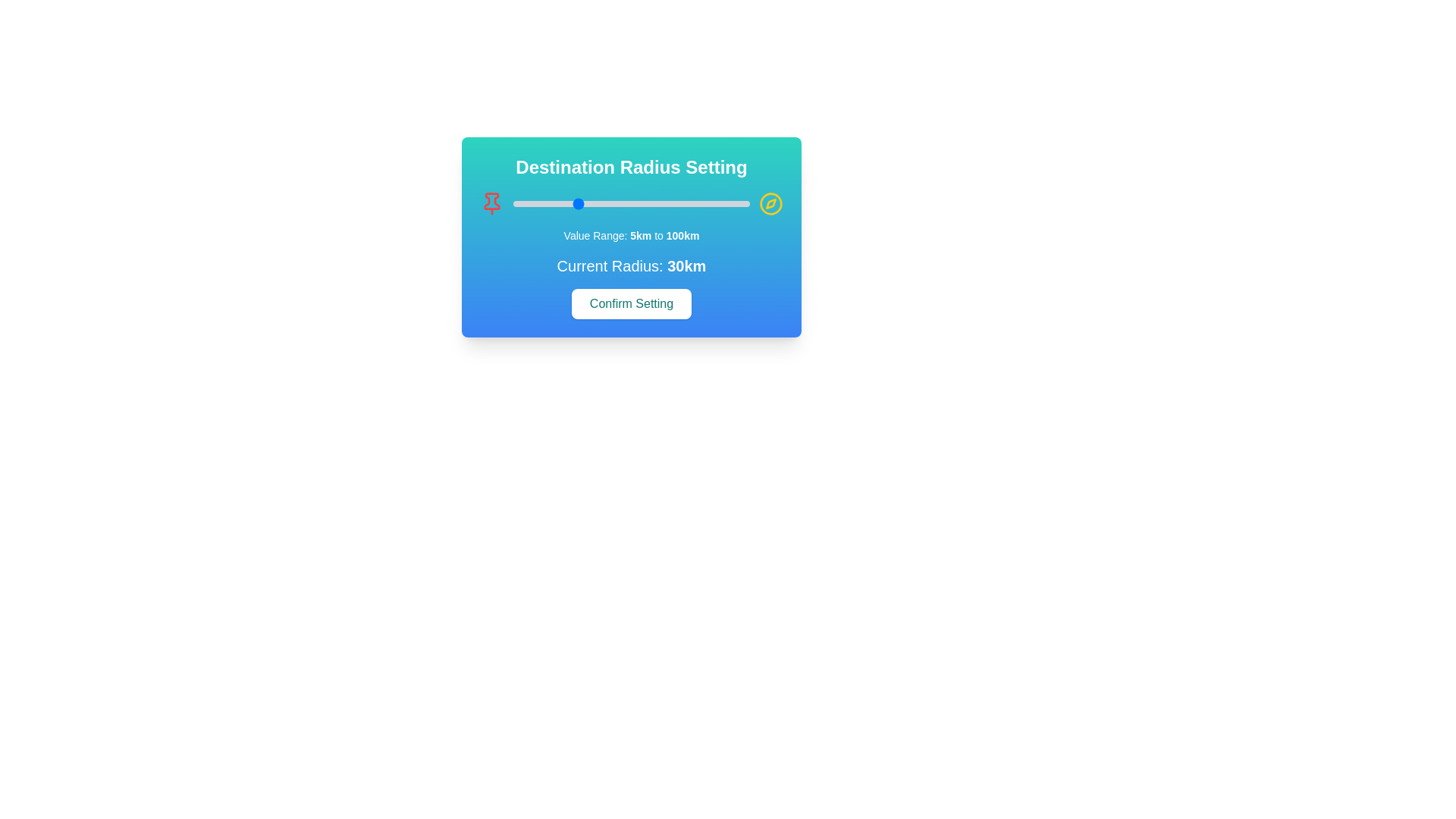  Describe the element at coordinates (604, 203) in the screenshot. I see `the radius slider to set the radius to 42 km` at that location.